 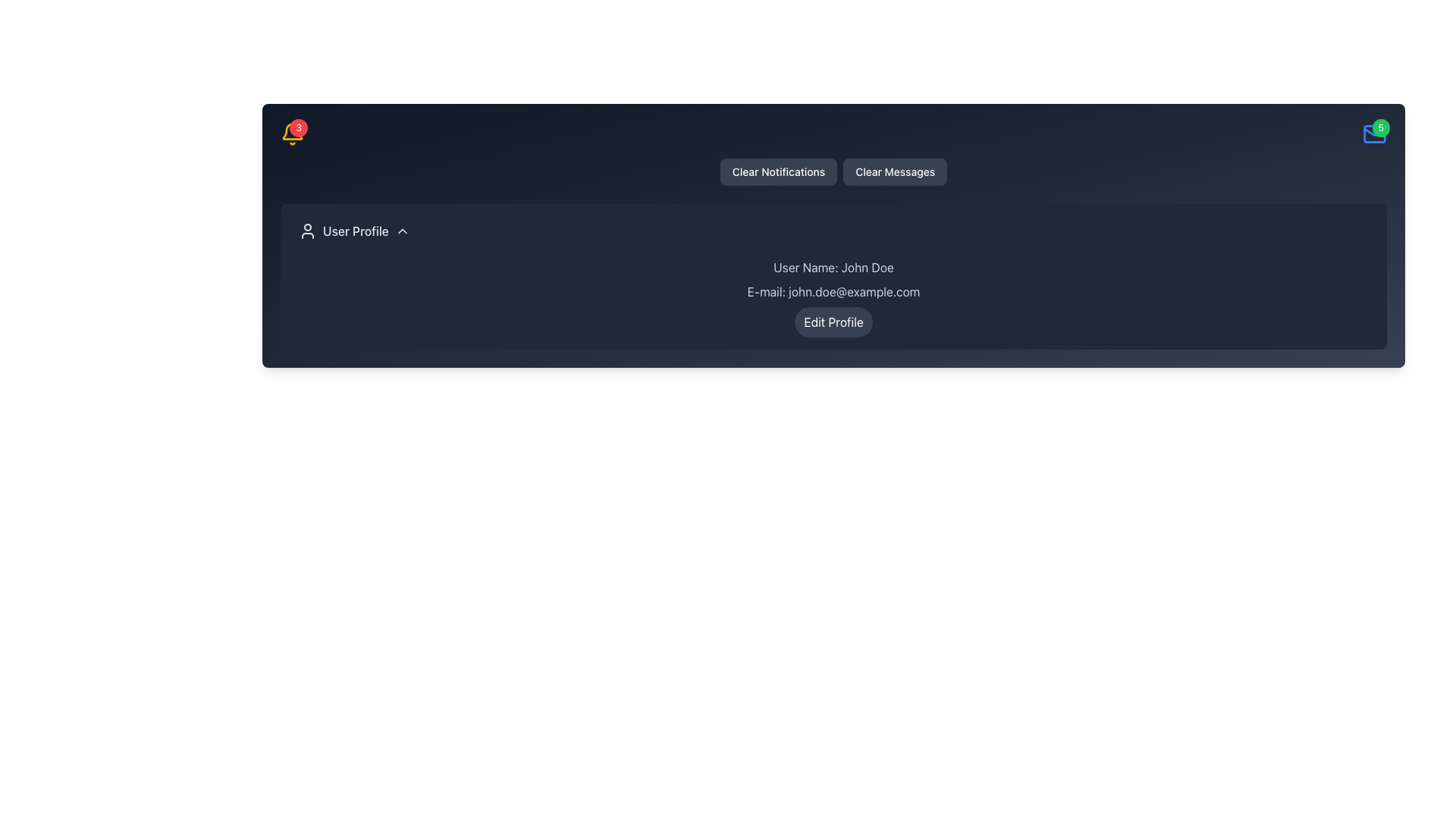 I want to click on the static text label displaying the user's email address, which is positioned beneath the 'User Name: John Doe' text and above the 'Edit Profile' button, so click(x=833, y=292).